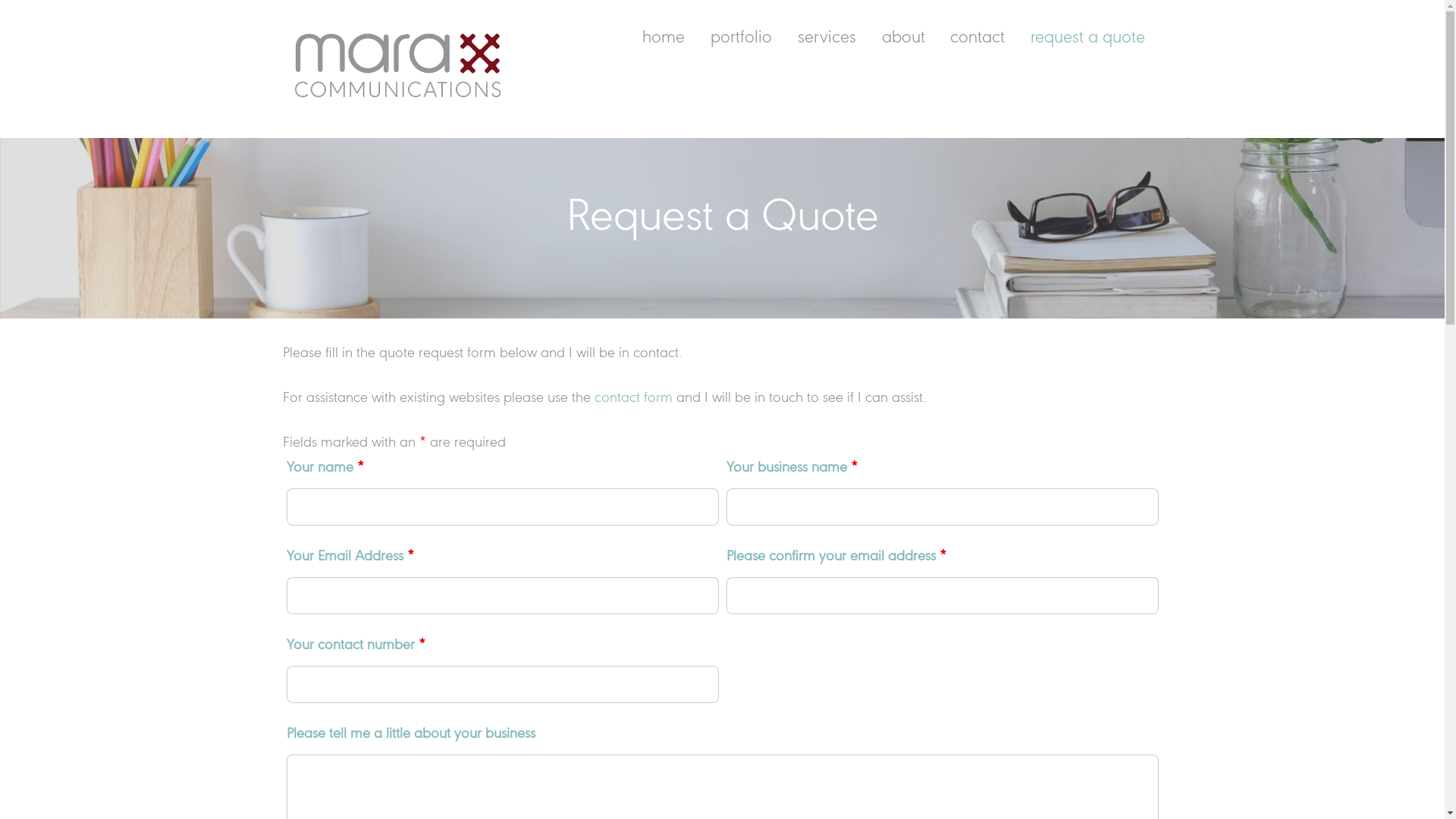 The height and width of the screenshot is (819, 1456). I want to click on 'request a quote', so click(1087, 37).